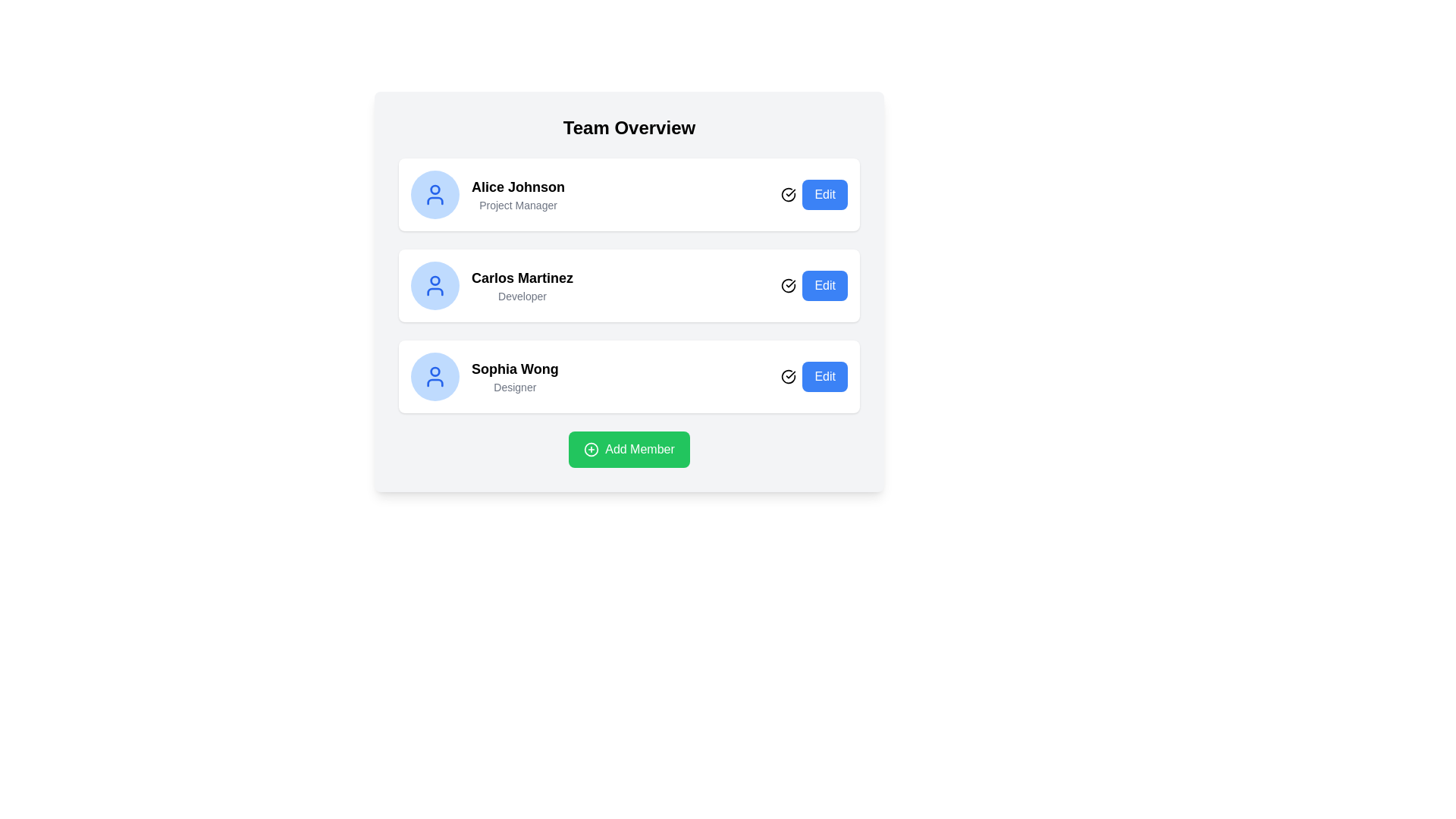 This screenshot has height=819, width=1456. What do you see at coordinates (435, 371) in the screenshot?
I see `the small circular element located inside the user profile icon, specifically positioned near the top of the user's head within the third profile section from the top` at bounding box center [435, 371].